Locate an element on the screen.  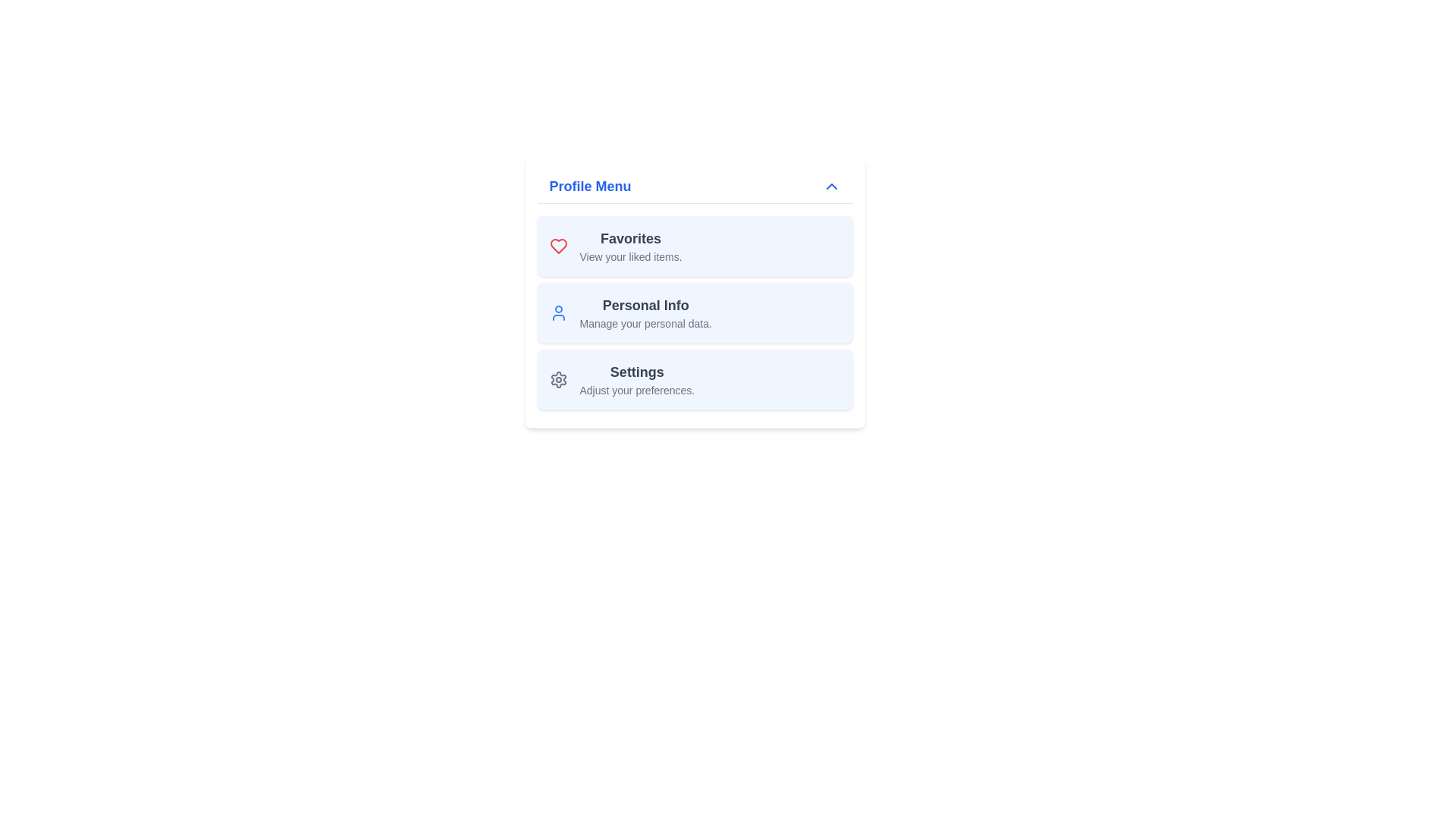
the 'Personal Info' navigation menu entry is located at coordinates (645, 312).